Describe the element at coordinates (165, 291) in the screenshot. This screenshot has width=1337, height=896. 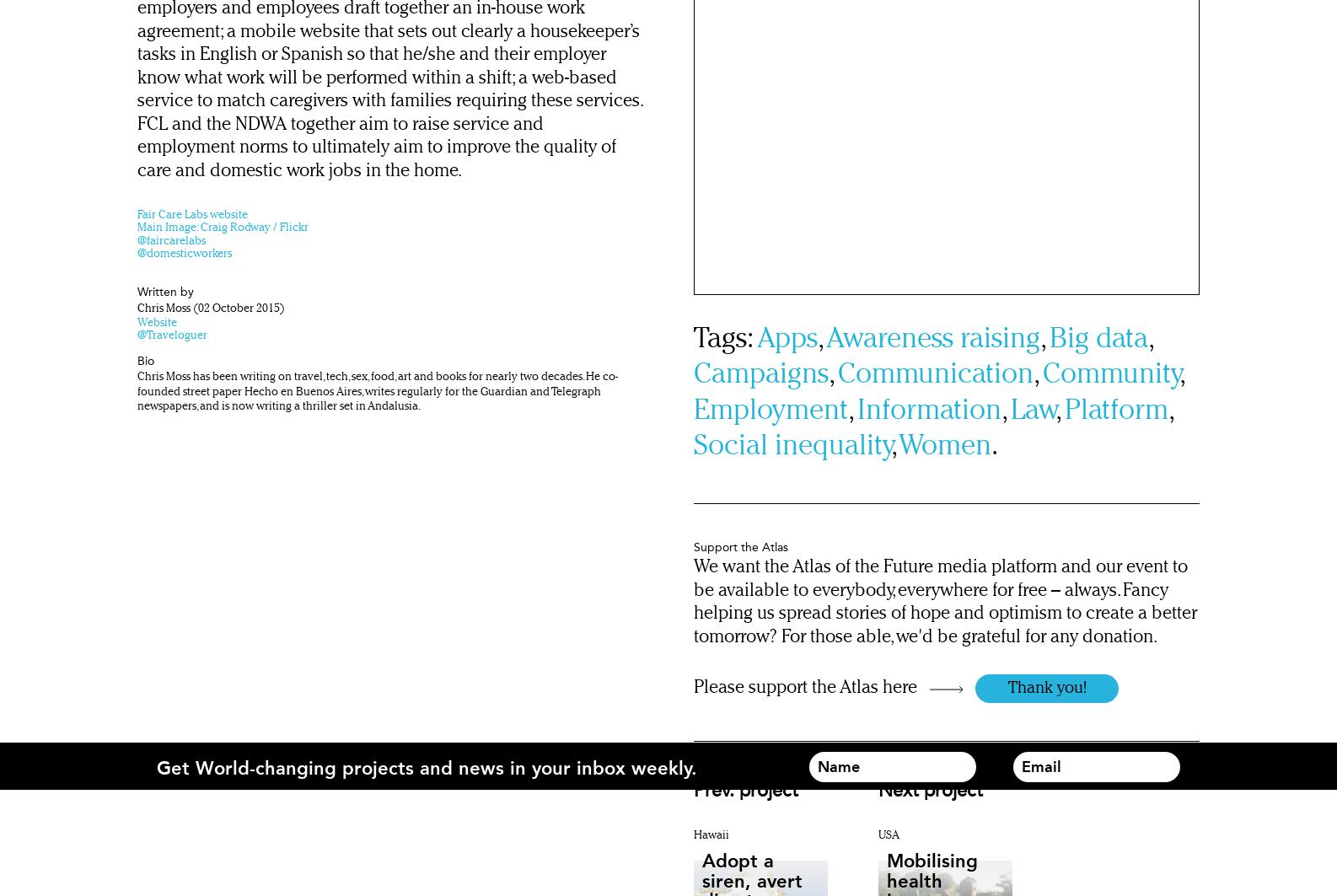
I see `'Written by'` at that location.